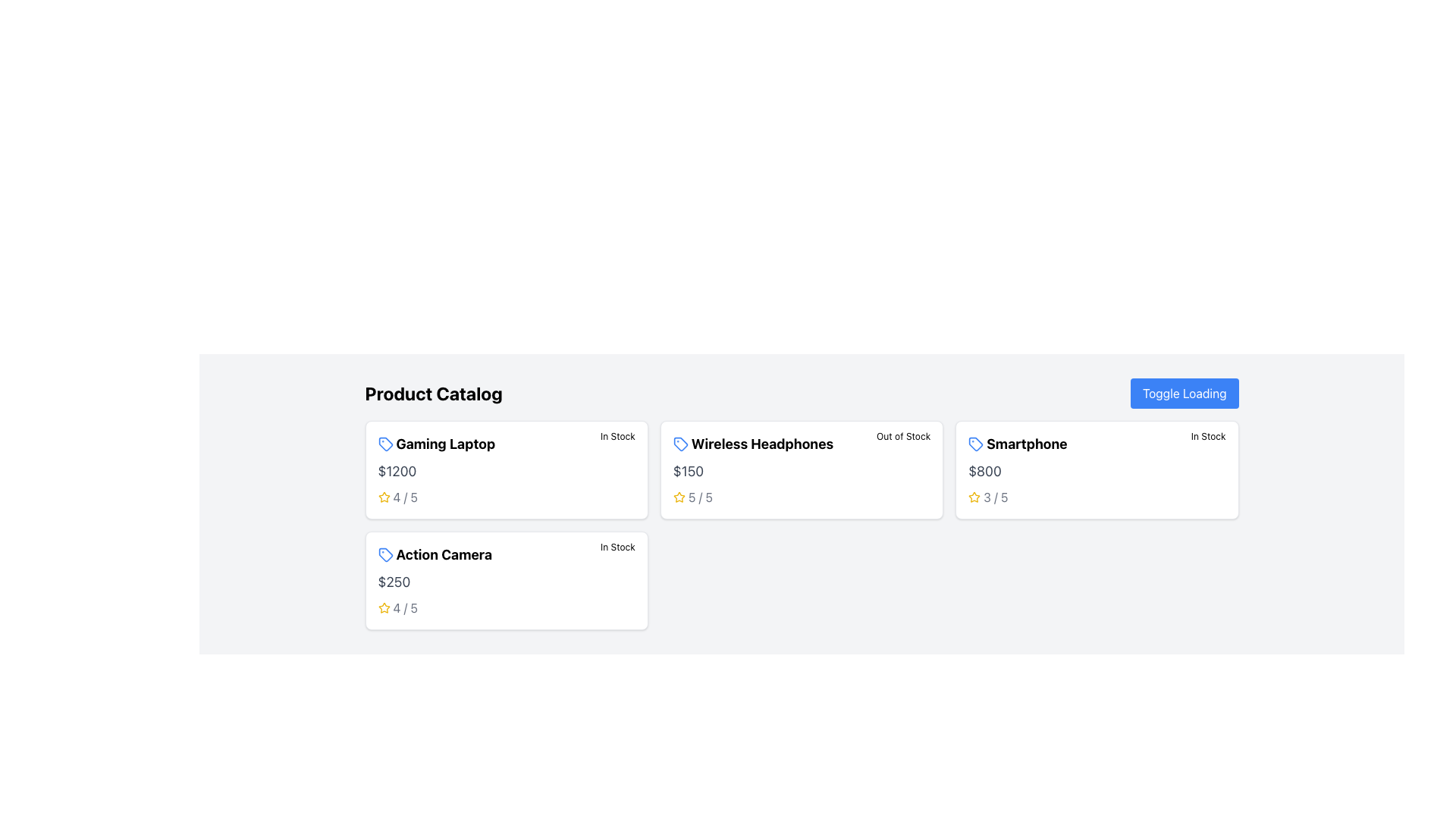  Describe the element at coordinates (1183, 393) in the screenshot. I see `the button in the 'Product Catalog' section located in the upper-right corner` at that location.